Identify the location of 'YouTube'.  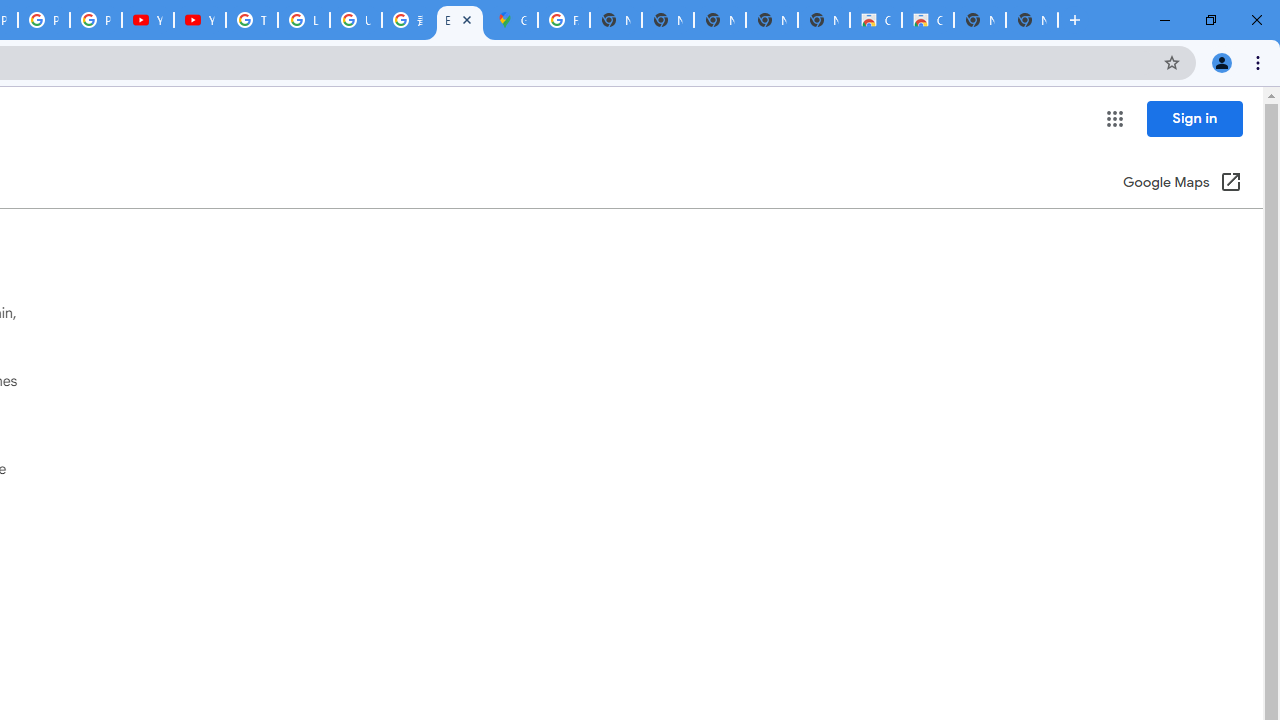
(200, 20).